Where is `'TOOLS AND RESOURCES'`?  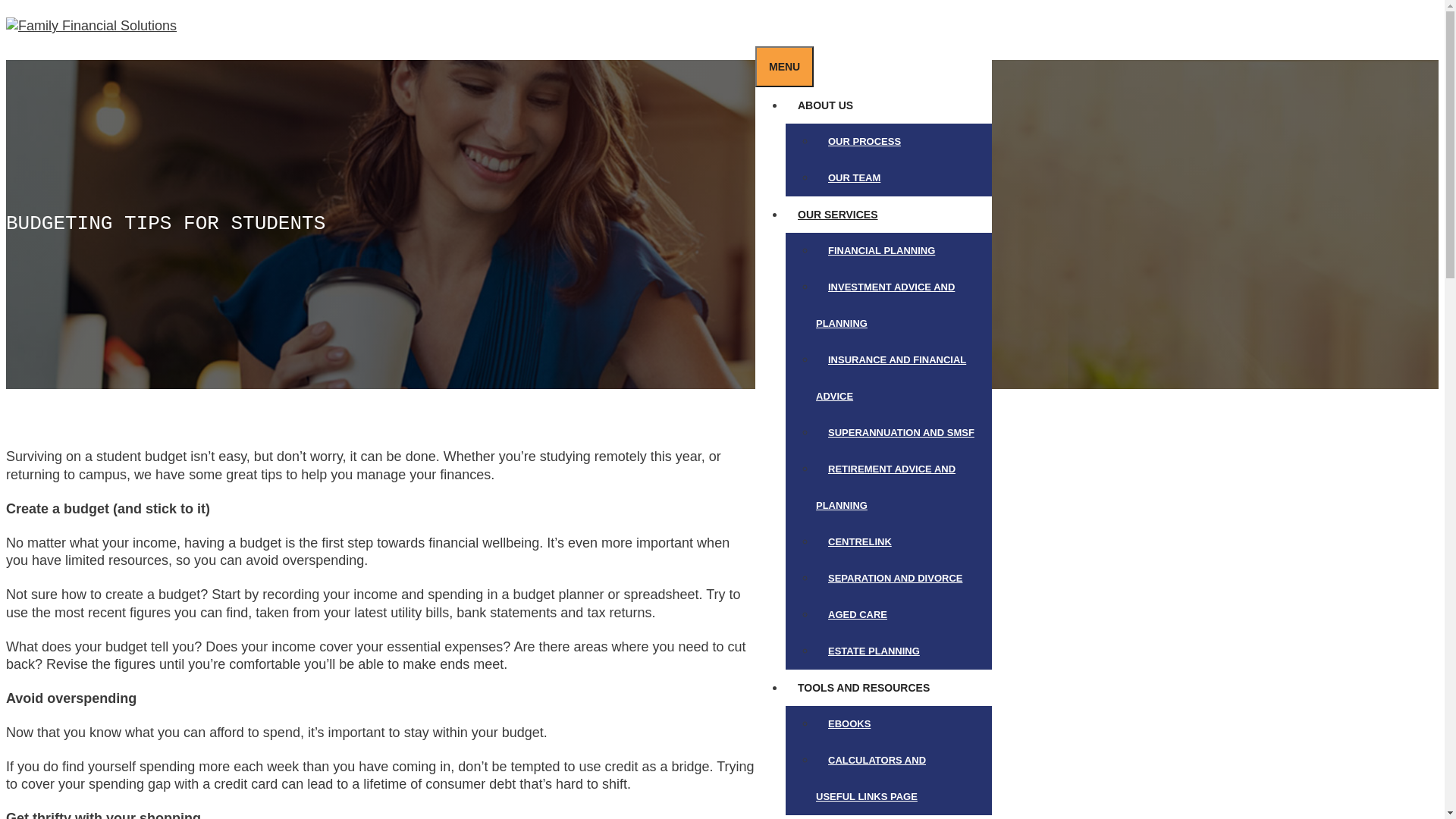 'TOOLS AND RESOURCES' is located at coordinates (870, 687).